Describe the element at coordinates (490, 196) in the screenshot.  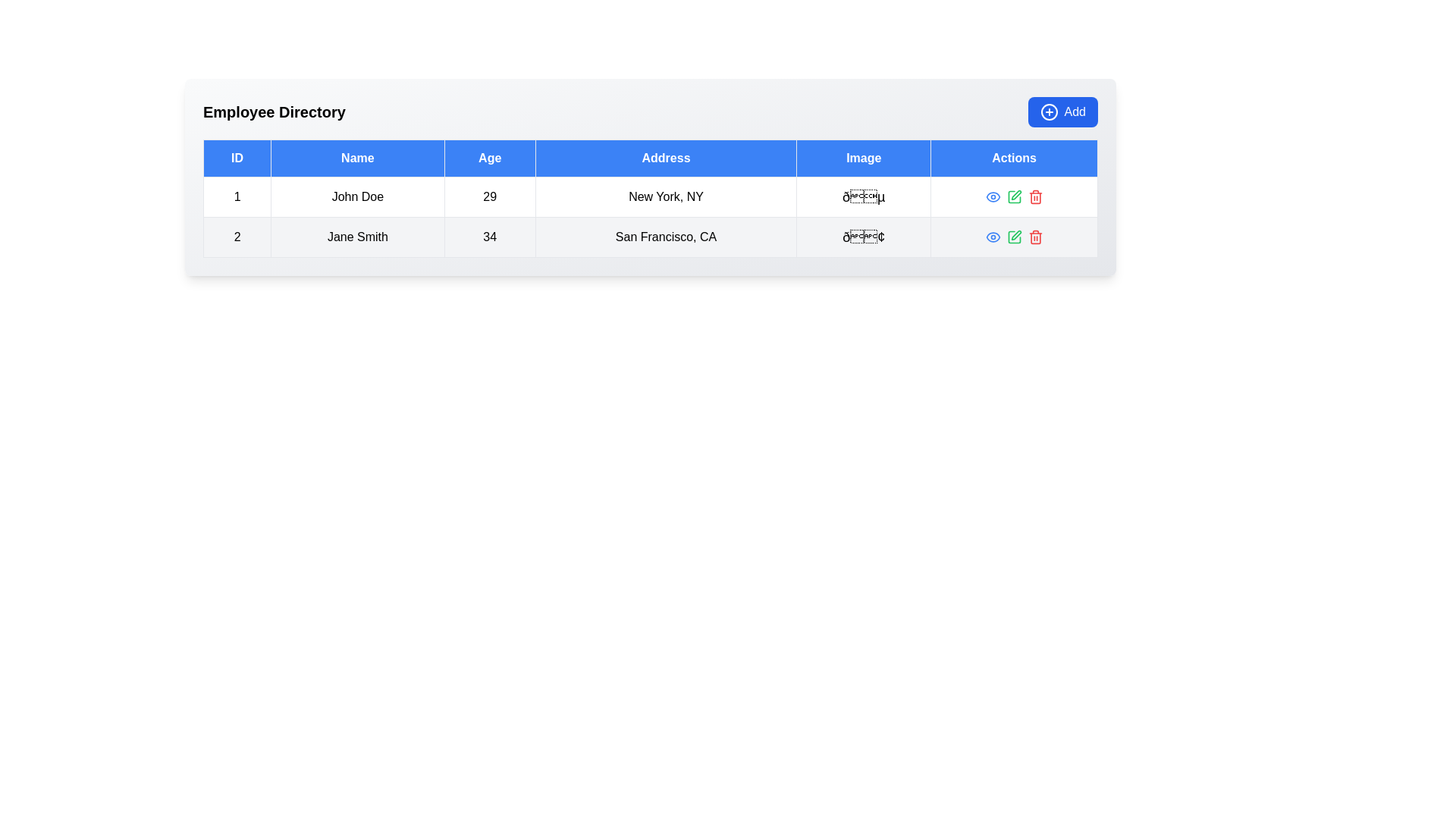
I see `the static table cell displaying the text '29' in the Age column of the table, which is positioned between 'John Doe' and 'New York, NY'` at that location.